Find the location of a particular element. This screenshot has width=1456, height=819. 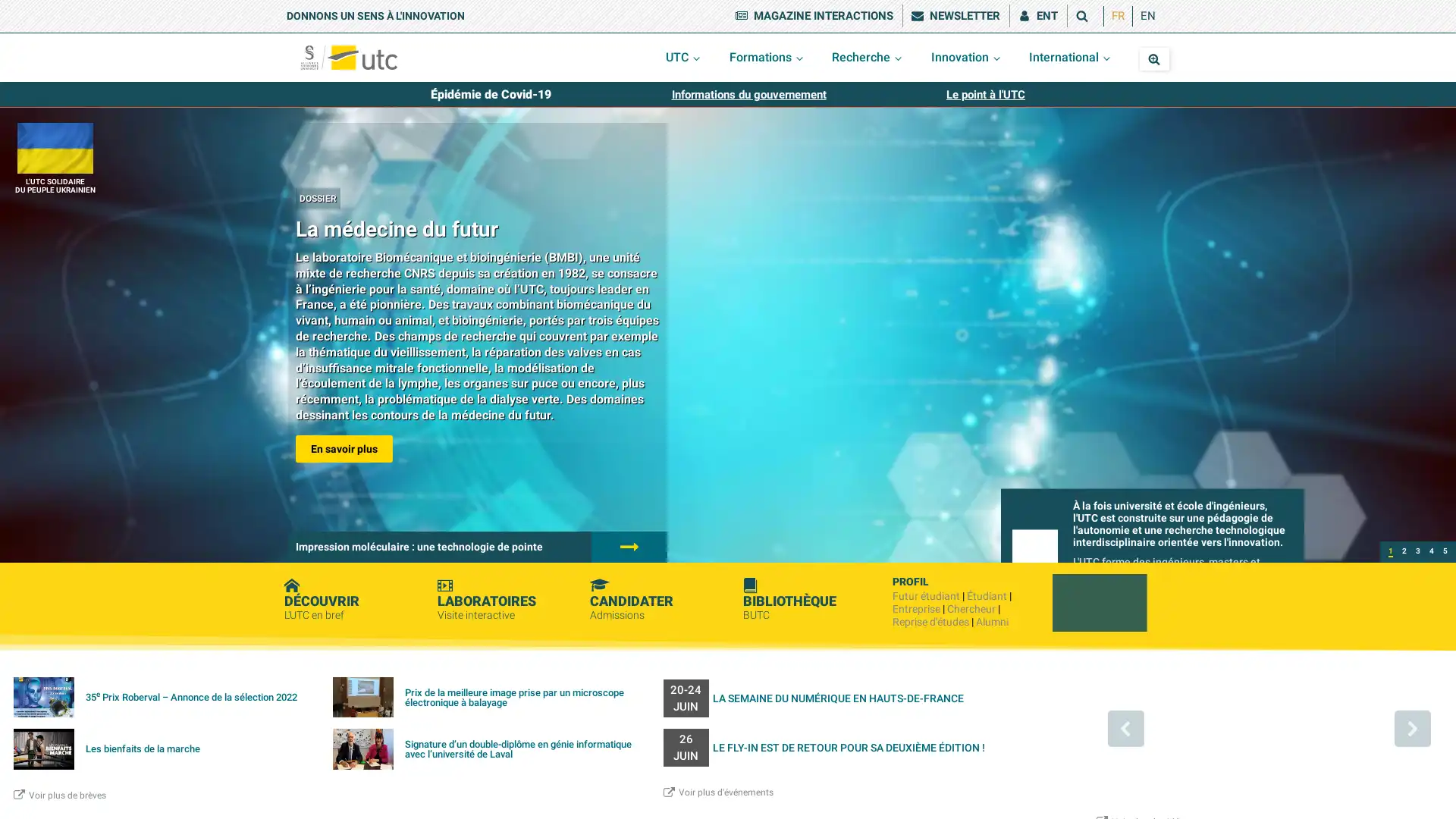

Diapositive precedente is located at coordinates (1125, 727).